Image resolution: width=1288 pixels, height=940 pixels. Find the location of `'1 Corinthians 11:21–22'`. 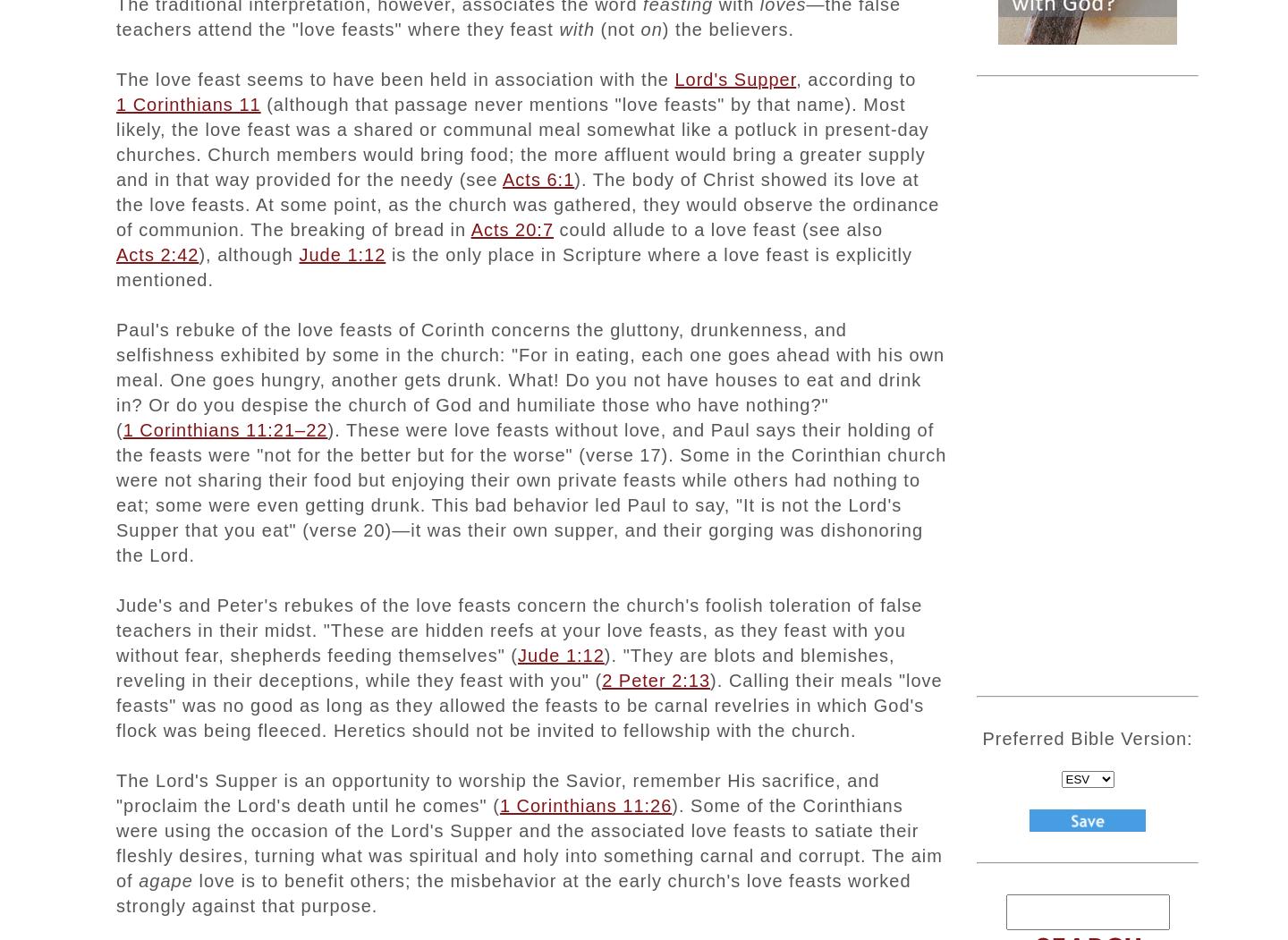

'1 Corinthians 11:21–22' is located at coordinates (224, 428).